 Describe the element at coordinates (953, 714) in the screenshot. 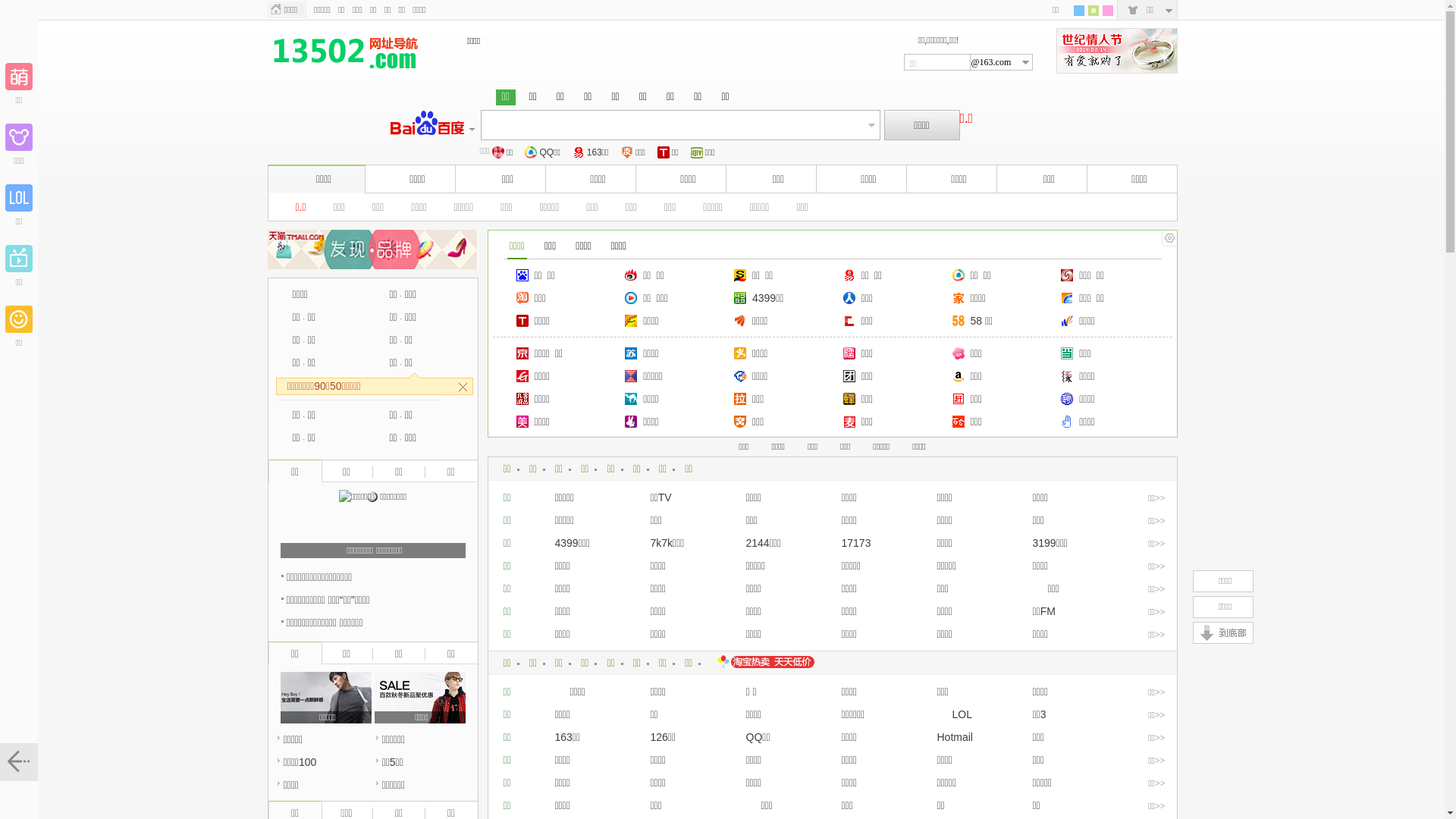

I see `'LOL'` at that location.